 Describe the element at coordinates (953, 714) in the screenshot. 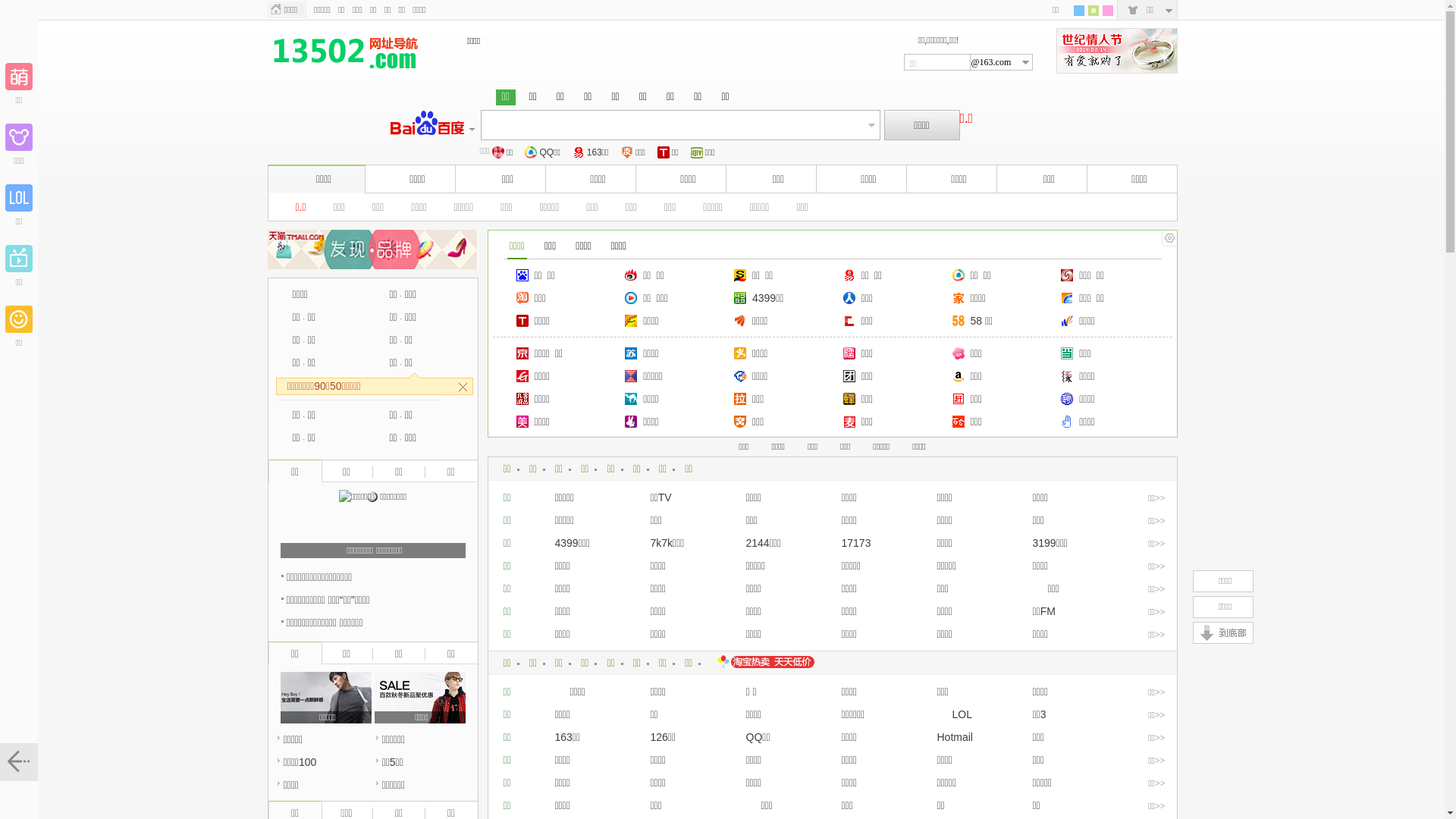

I see `'LOL'` at that location.